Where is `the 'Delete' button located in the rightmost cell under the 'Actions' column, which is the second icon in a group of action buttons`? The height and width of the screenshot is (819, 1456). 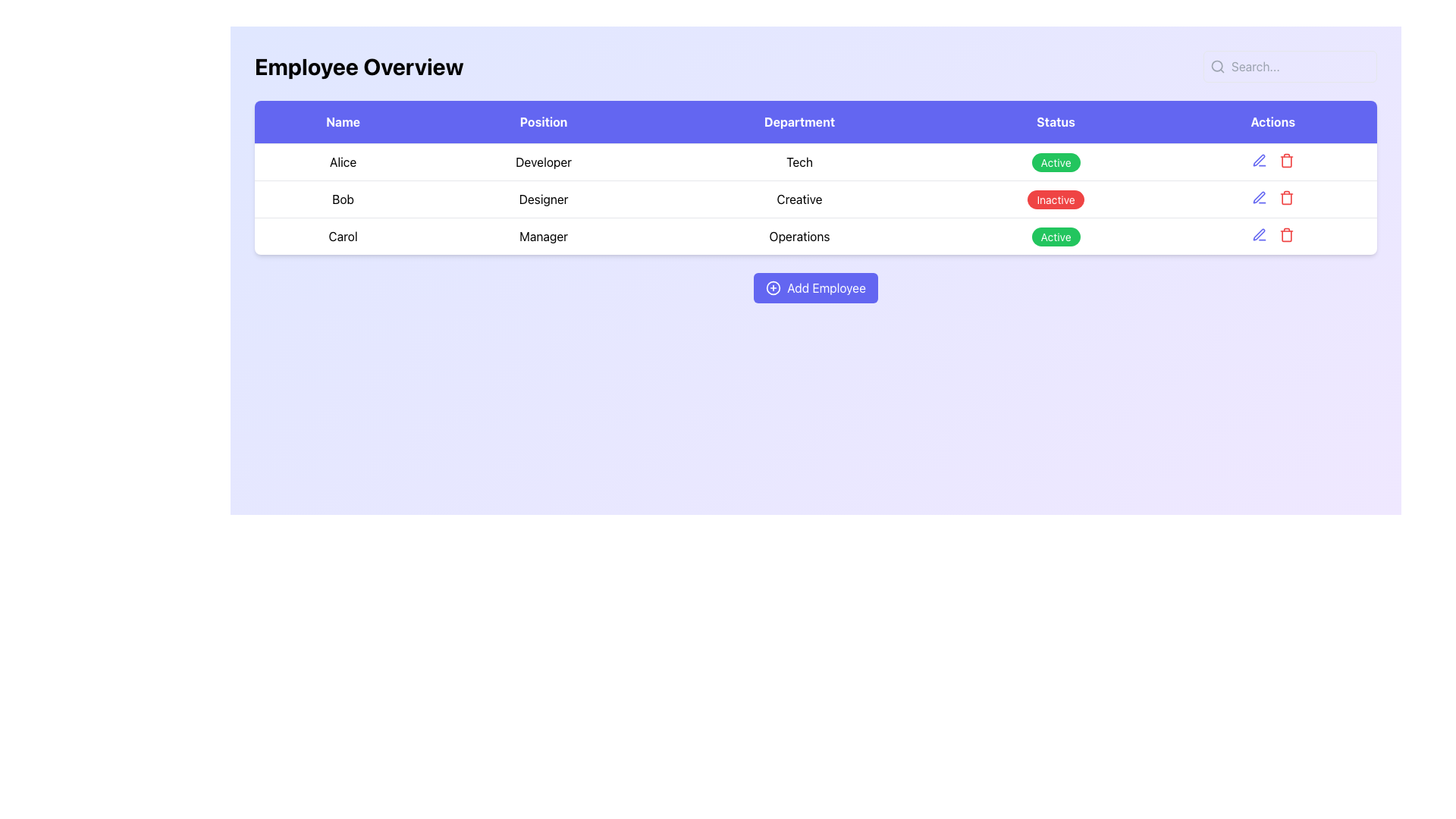
the 'Delete' button located in the rightmost cell under the 'Actions' column, which is the second icon in a group of action buttons is located at coordinates (1285, 161).